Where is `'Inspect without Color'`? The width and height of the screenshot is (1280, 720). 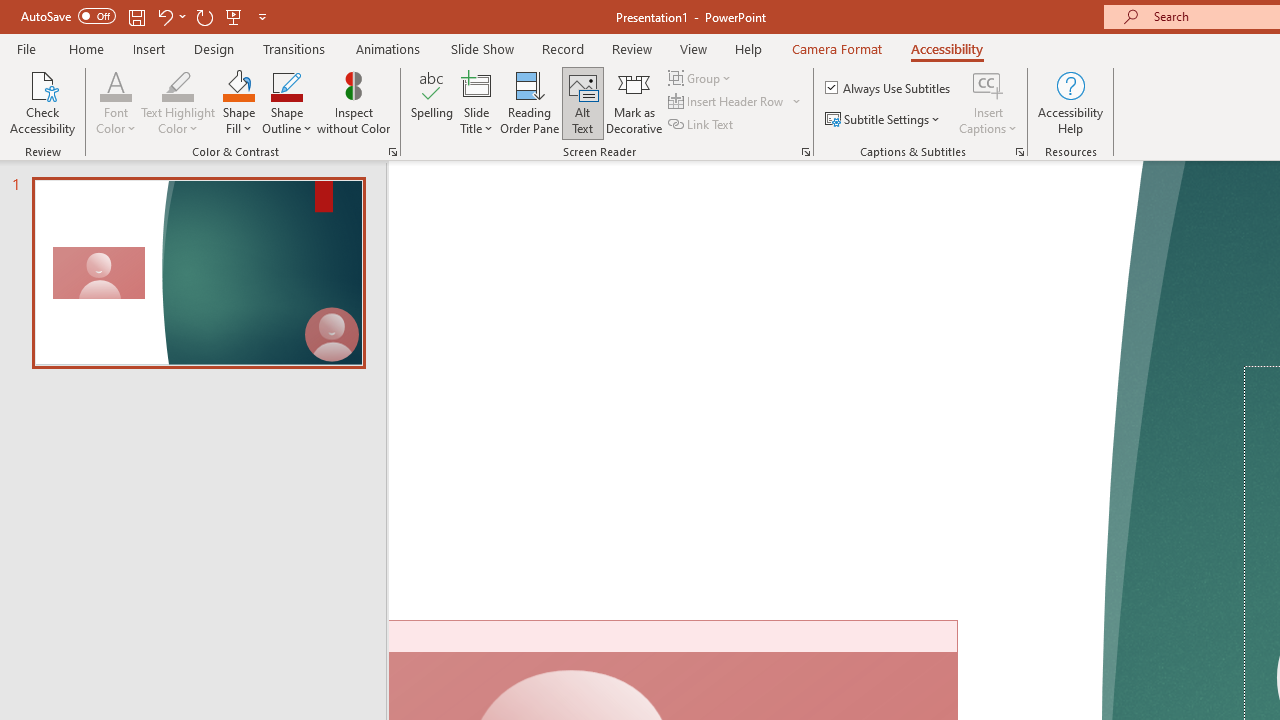
'Inspect without Color' is located at coordinates (353, 103).